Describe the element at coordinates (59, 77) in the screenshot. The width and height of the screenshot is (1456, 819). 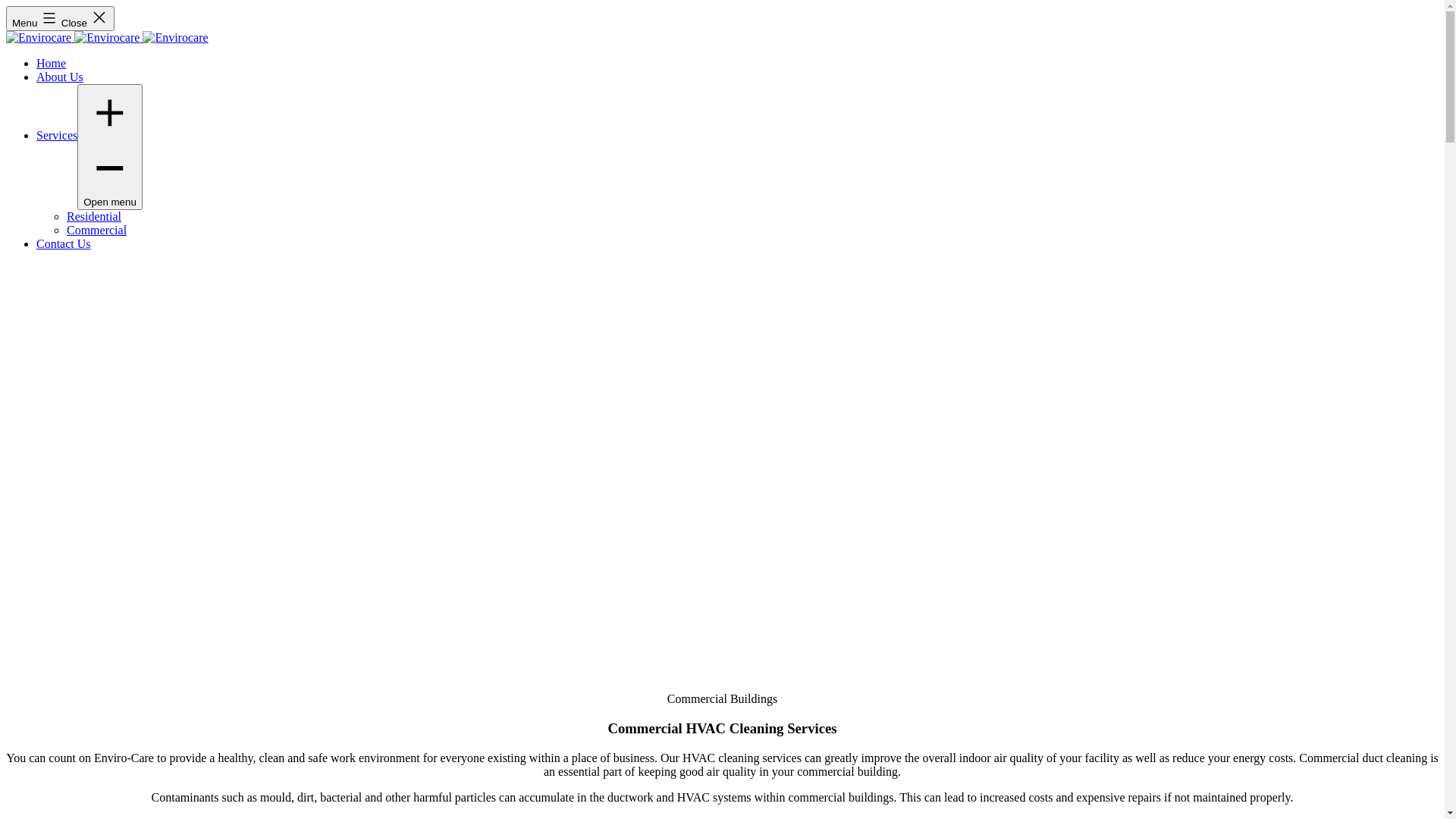
I see `'About Us'` at that location.